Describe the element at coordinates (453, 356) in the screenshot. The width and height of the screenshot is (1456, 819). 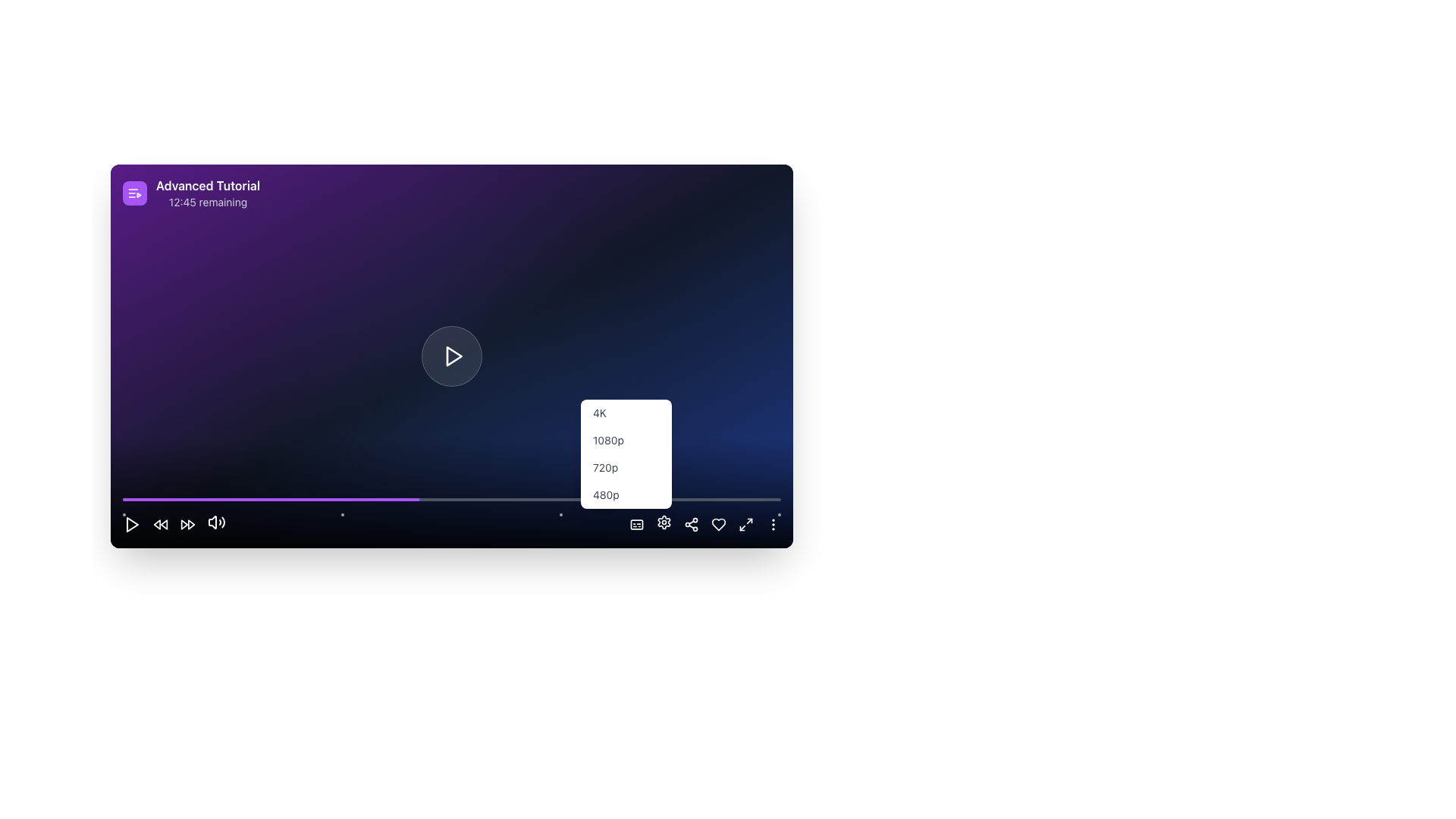
I see `the triangular play icon button outlined in white that is centered on a circular, semi-transparent dark background for keyboard accessibility` at that location.